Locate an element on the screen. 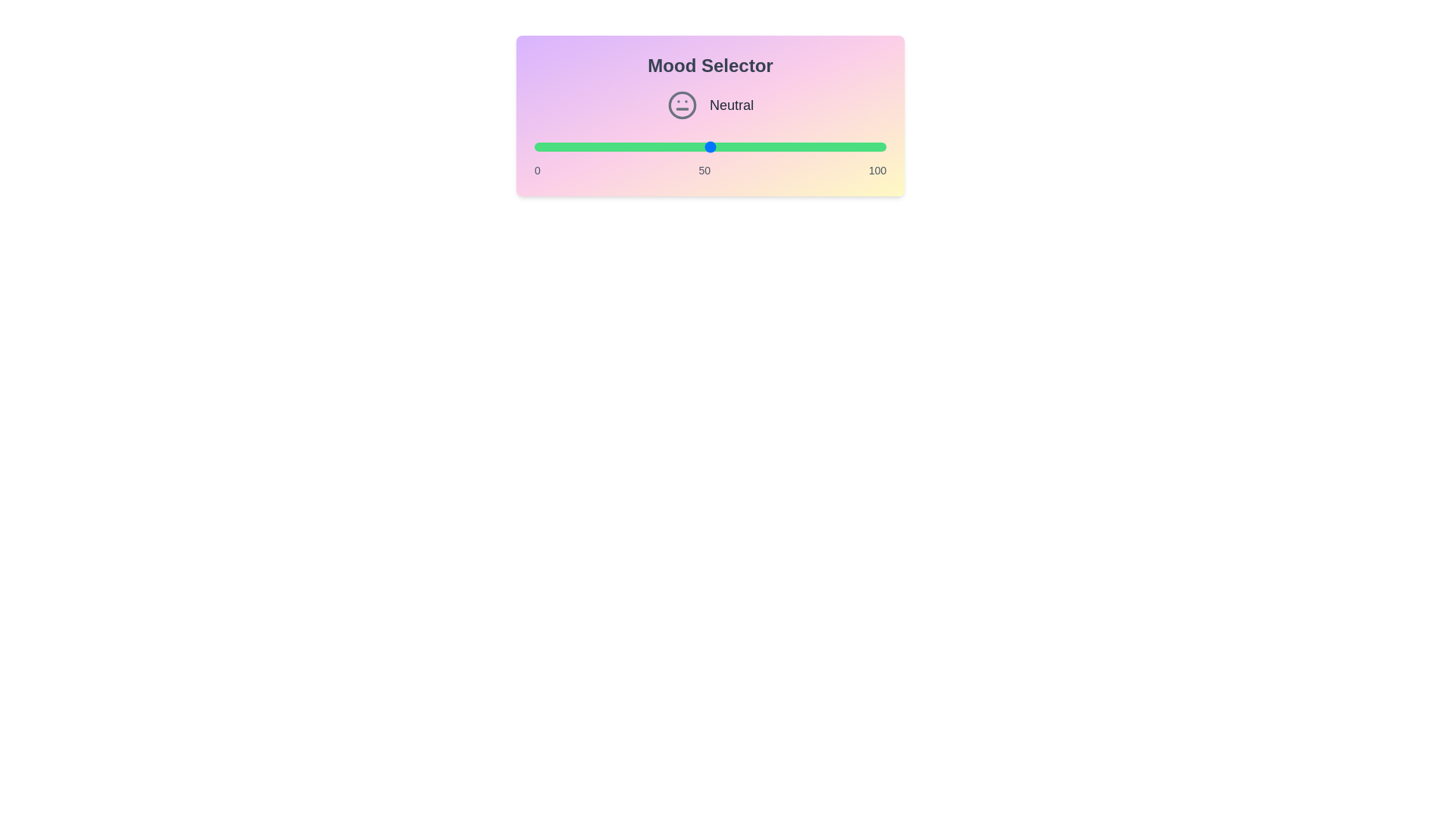  the mood value to 13 by adjusting the slider is located at coordinates (579, 146).